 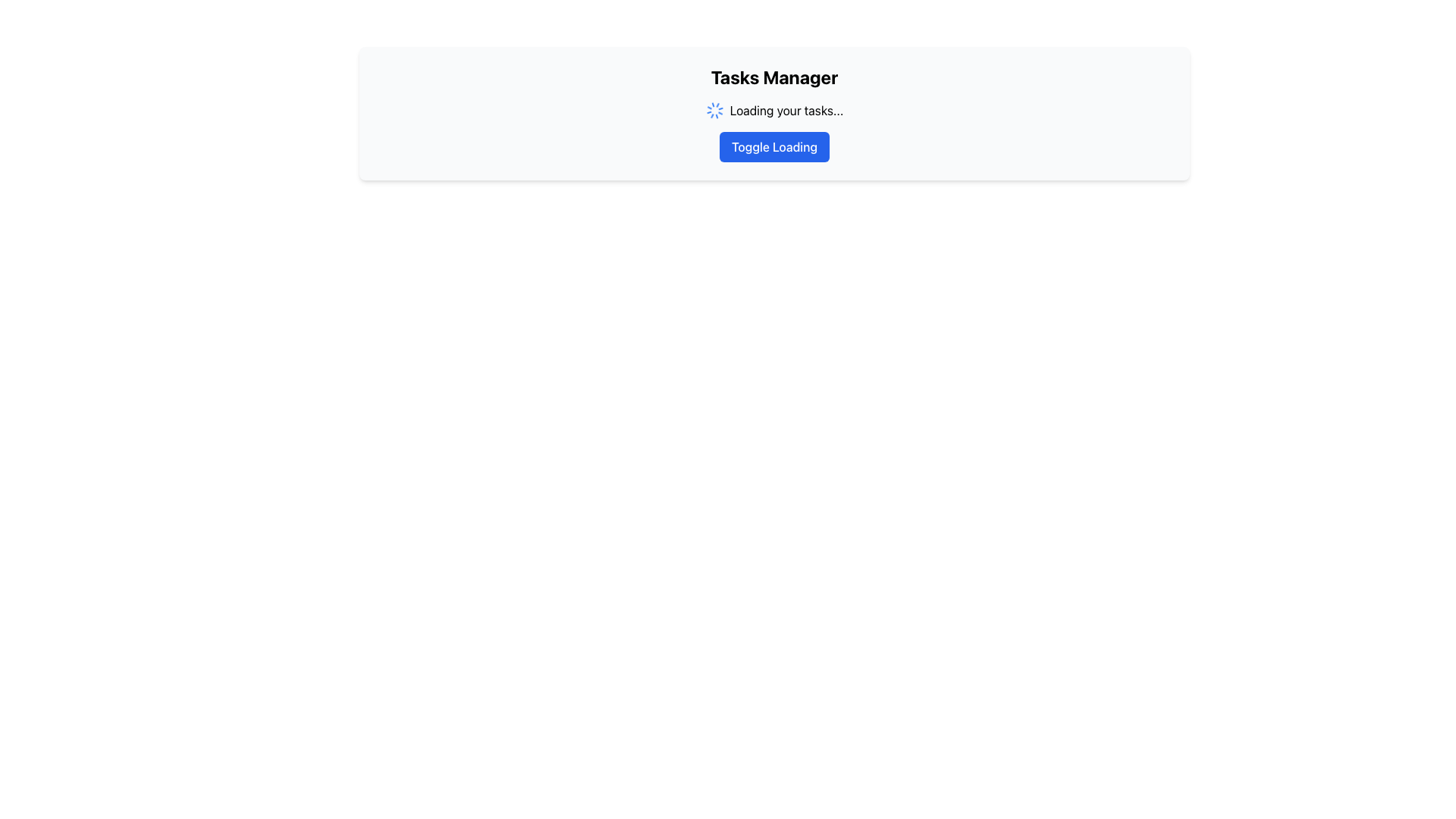 I want to click on the toggle button located below the 'Loading your tasks...' text and an animated icon, aligned centrally under 'Tasks Manager', so click(x=774, y=146).